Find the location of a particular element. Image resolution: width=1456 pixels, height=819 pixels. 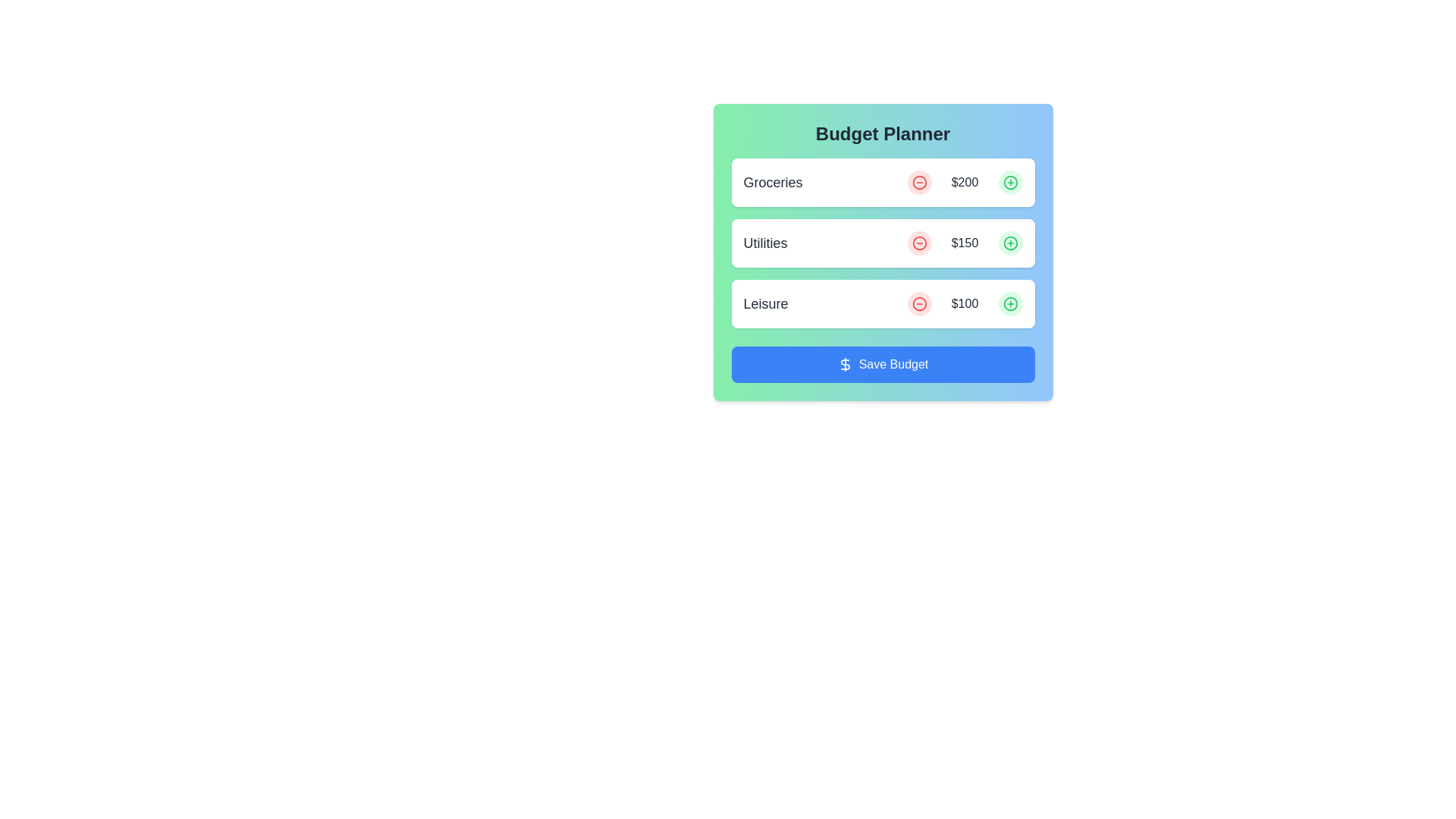

the button that decreases the budget amount for the 'Leisure' category to potentially reveal additional information or feedback is located at coordinates (918, 304).